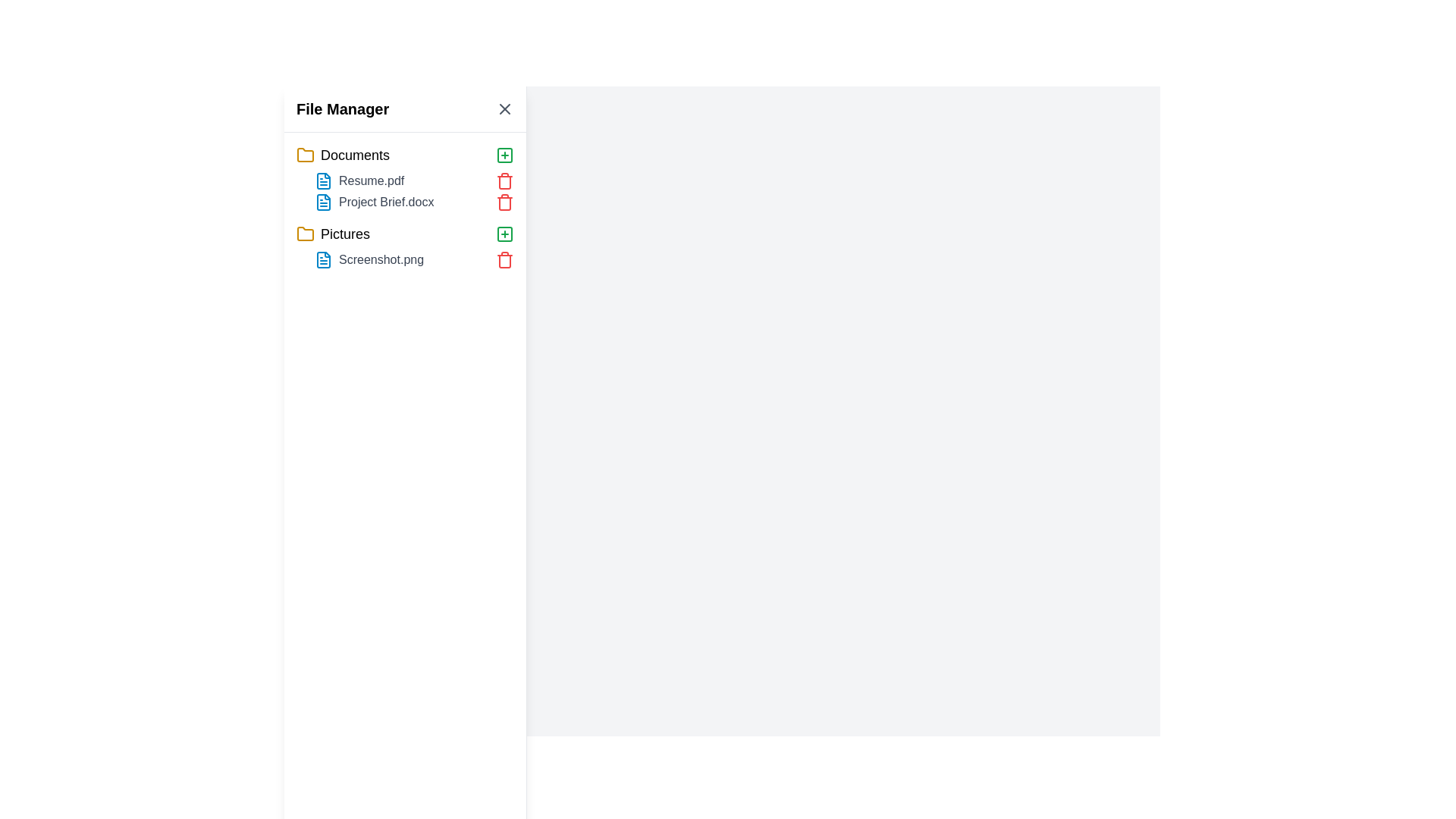 This screenshot has height=819, width=1456. What do you see at coordinates (323, 259) in the screenshot?
I see `the file icon representing 'Screenshot.png' located in the left-side navigation panel under the 'Pictures' folder` at bounding box center [323, 259].